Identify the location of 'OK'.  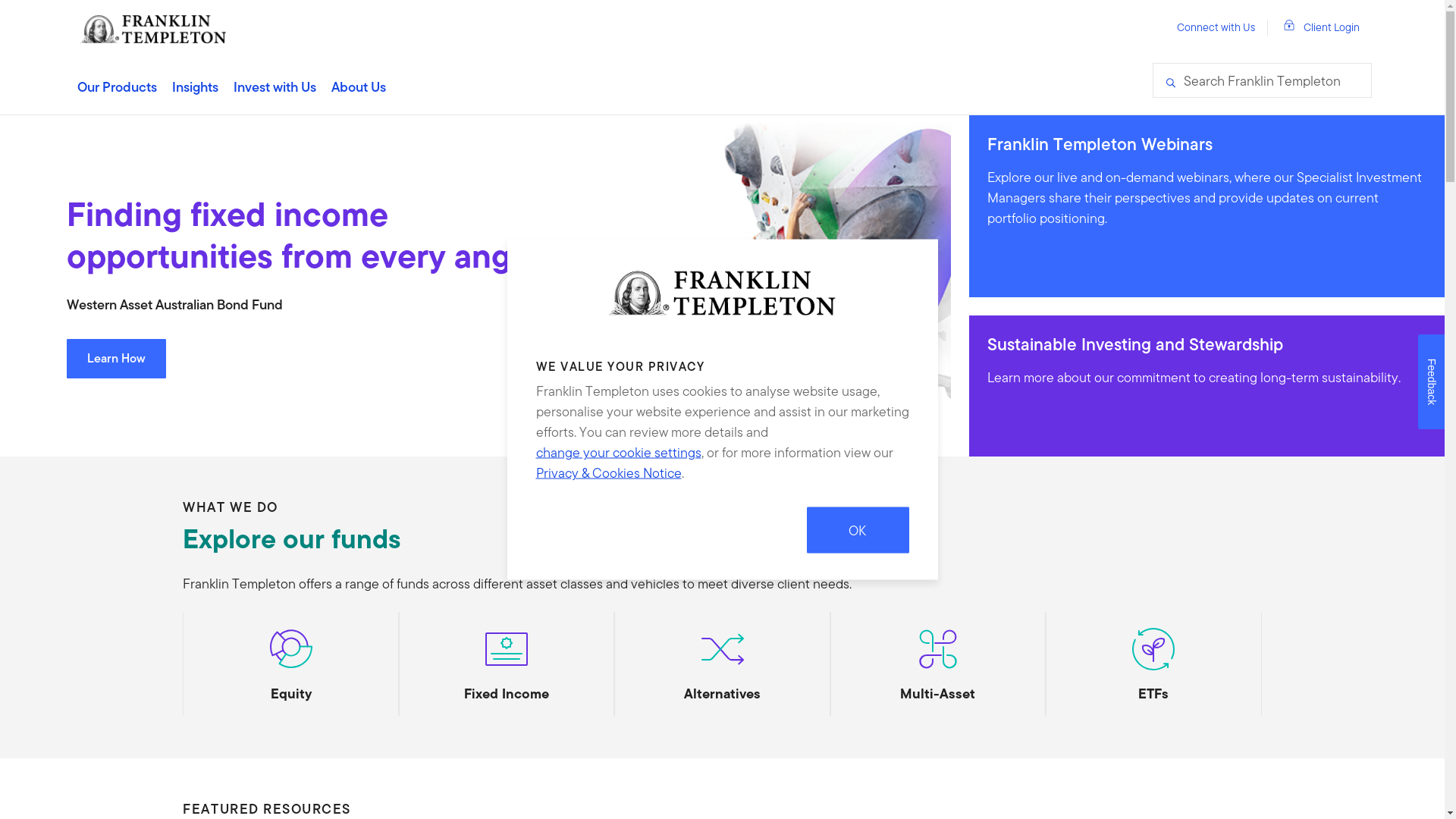
(858, 529).